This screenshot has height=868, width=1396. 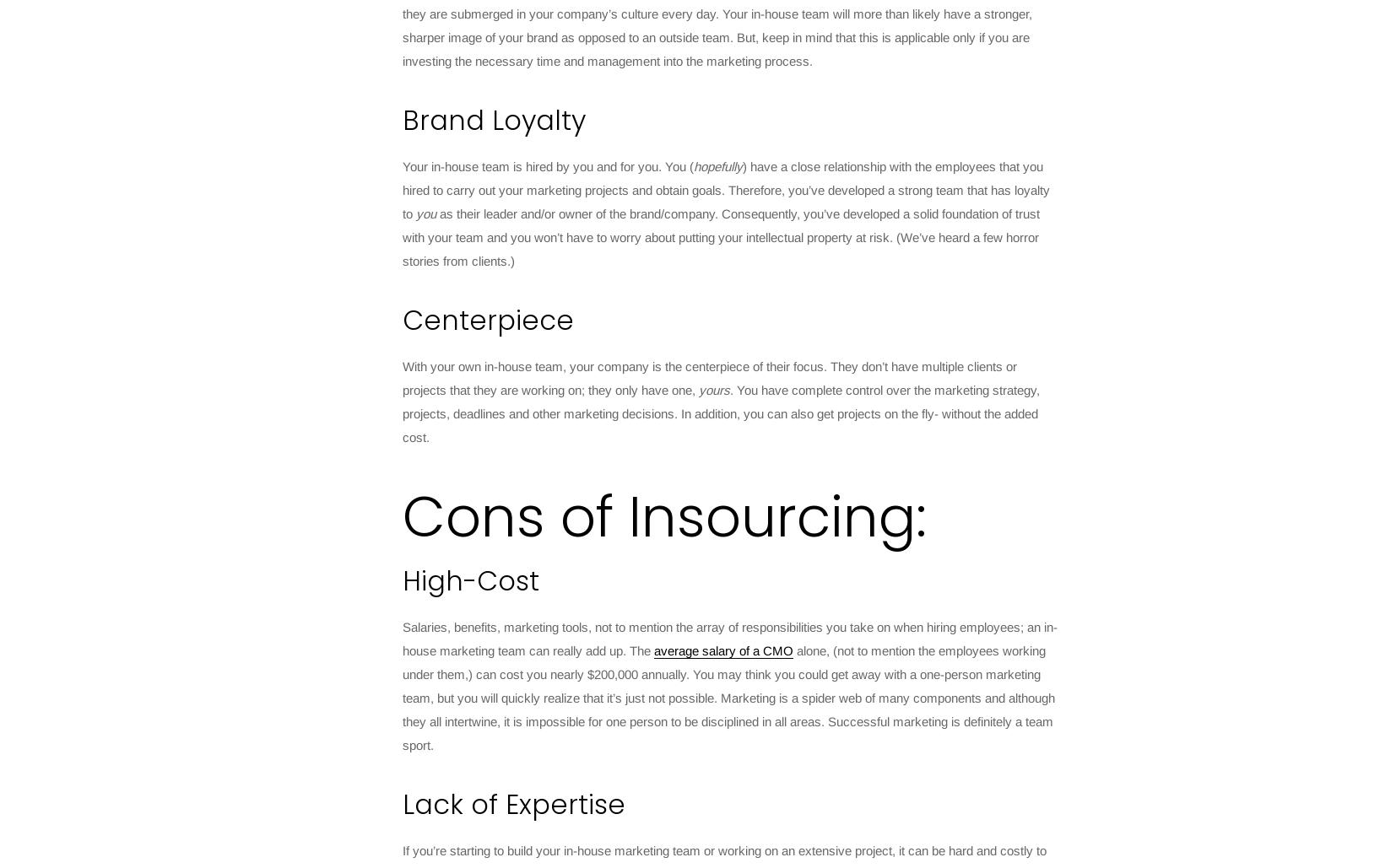 I want to click on 'you', so click(x=425, y=213).